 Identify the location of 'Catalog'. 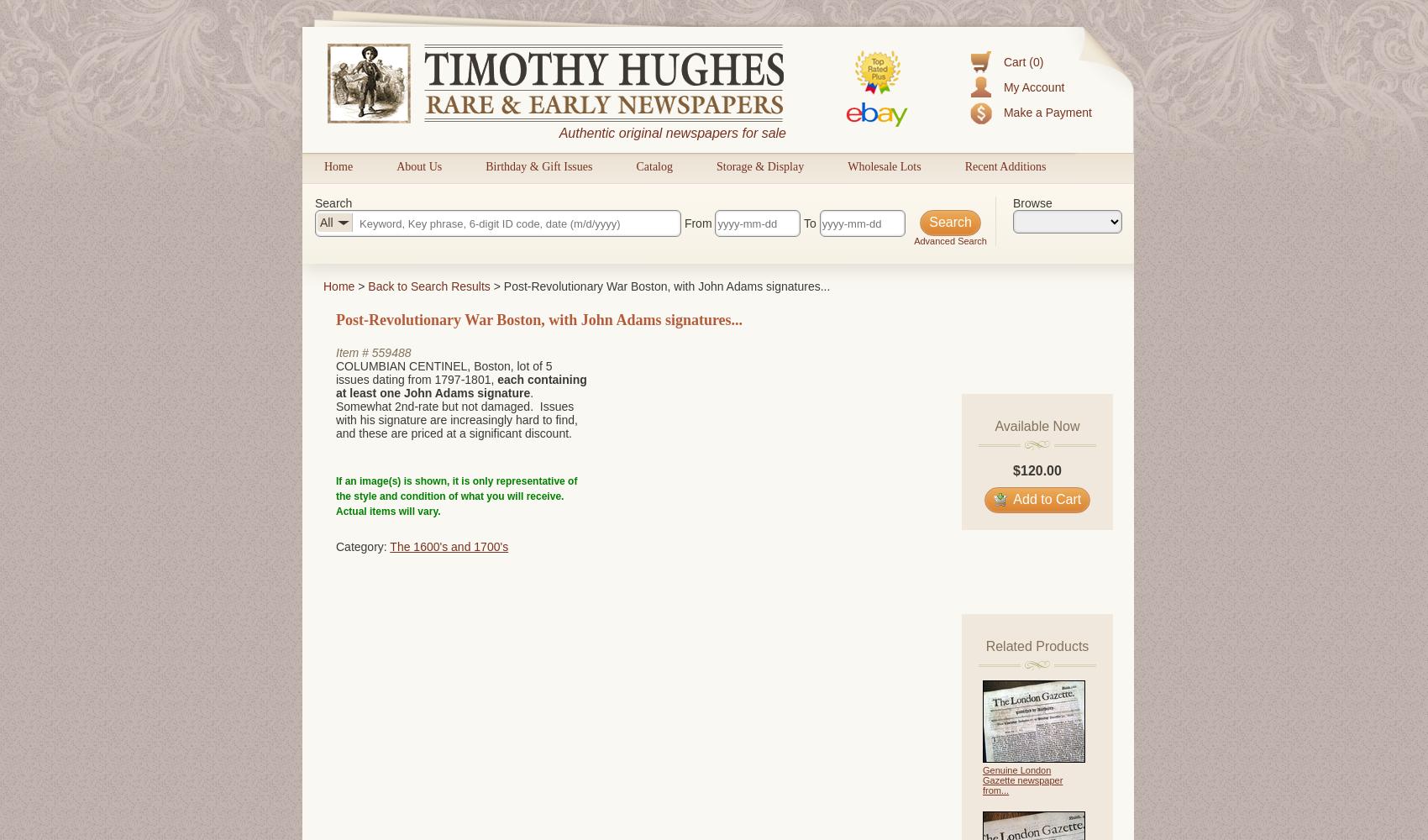
(653, 165).